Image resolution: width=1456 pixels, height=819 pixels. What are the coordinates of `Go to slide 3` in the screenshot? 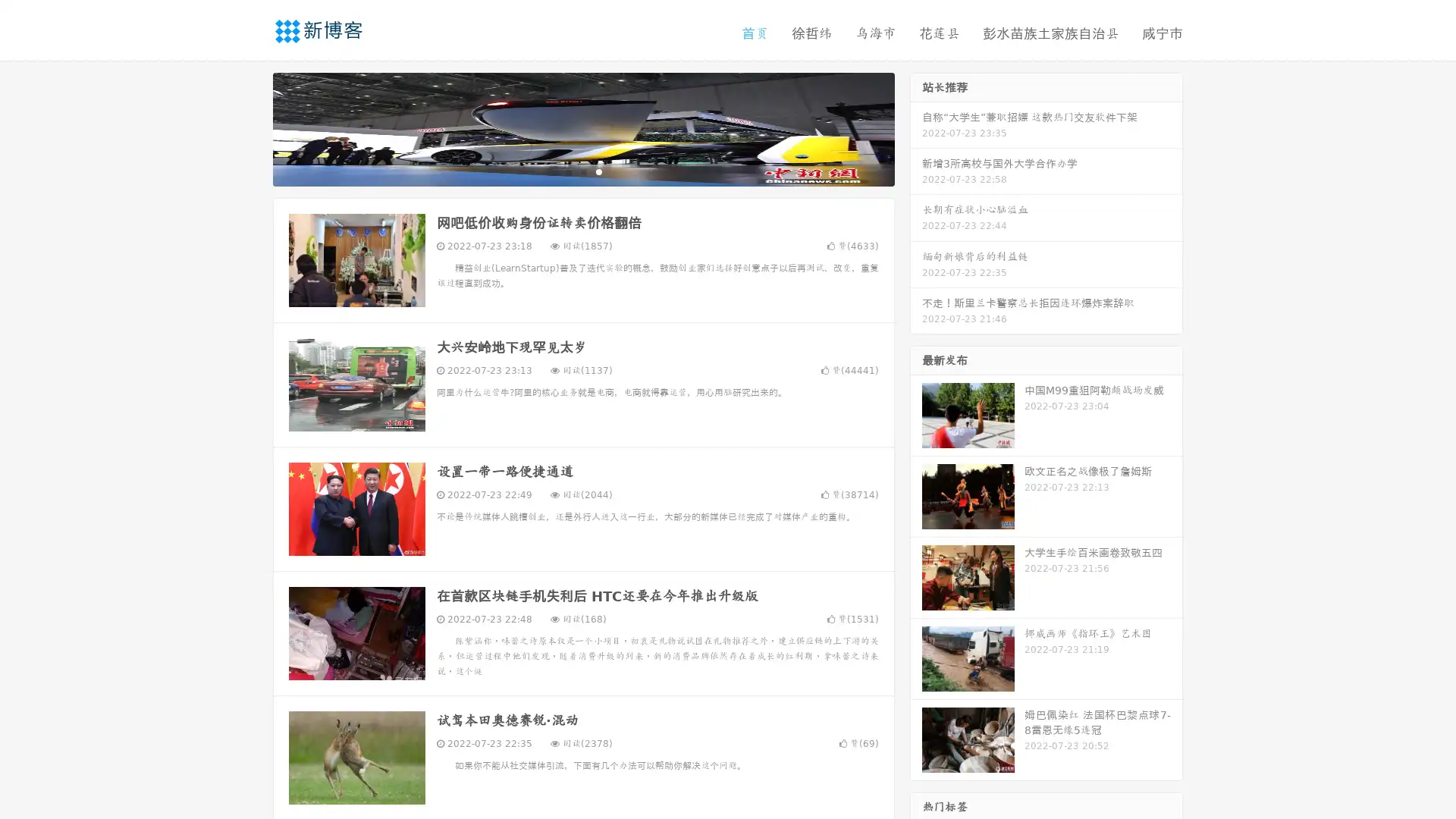 It's located at (598, 171).